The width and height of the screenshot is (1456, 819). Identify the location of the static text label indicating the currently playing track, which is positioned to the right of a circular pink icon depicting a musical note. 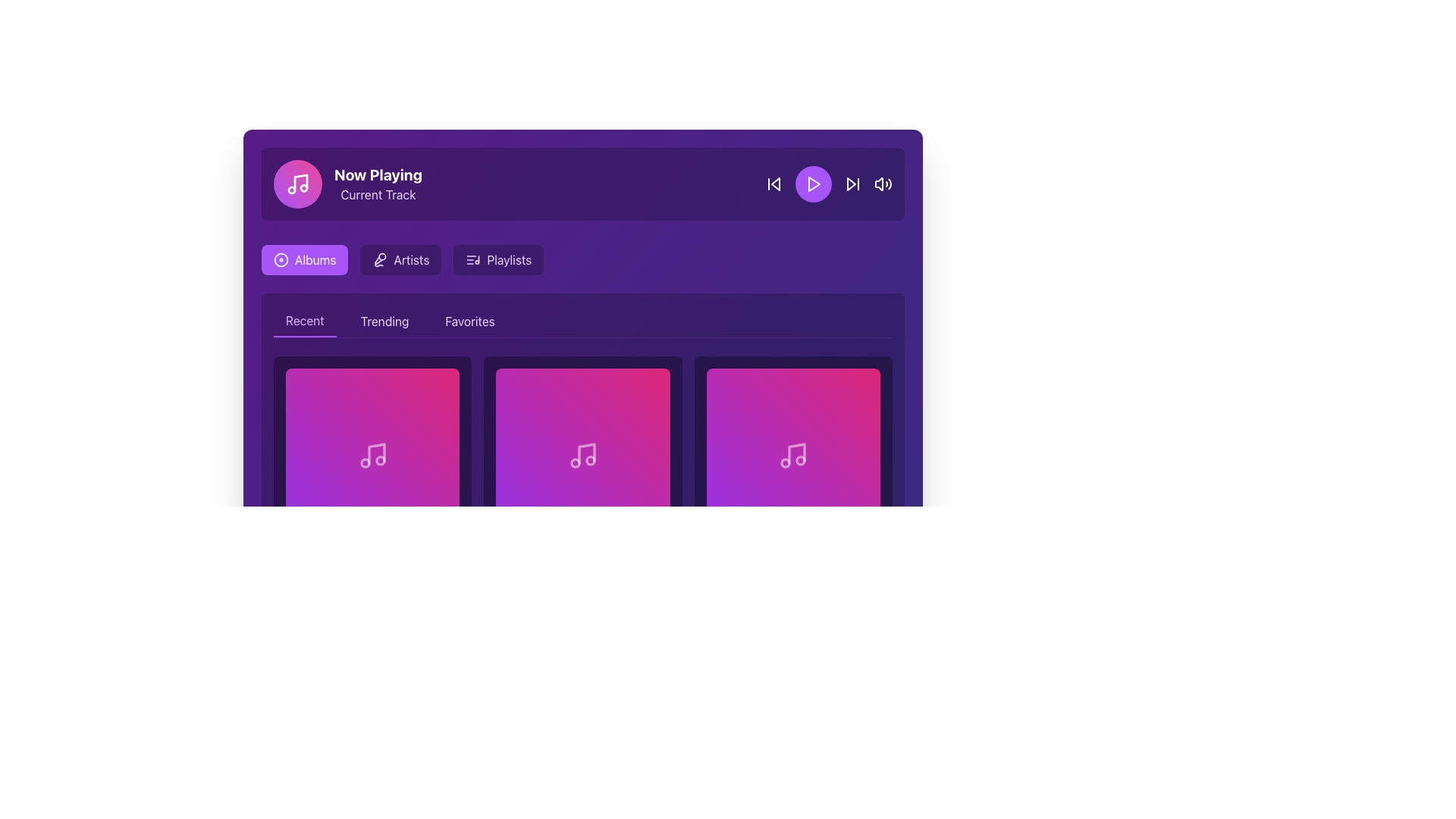
(378, 174).